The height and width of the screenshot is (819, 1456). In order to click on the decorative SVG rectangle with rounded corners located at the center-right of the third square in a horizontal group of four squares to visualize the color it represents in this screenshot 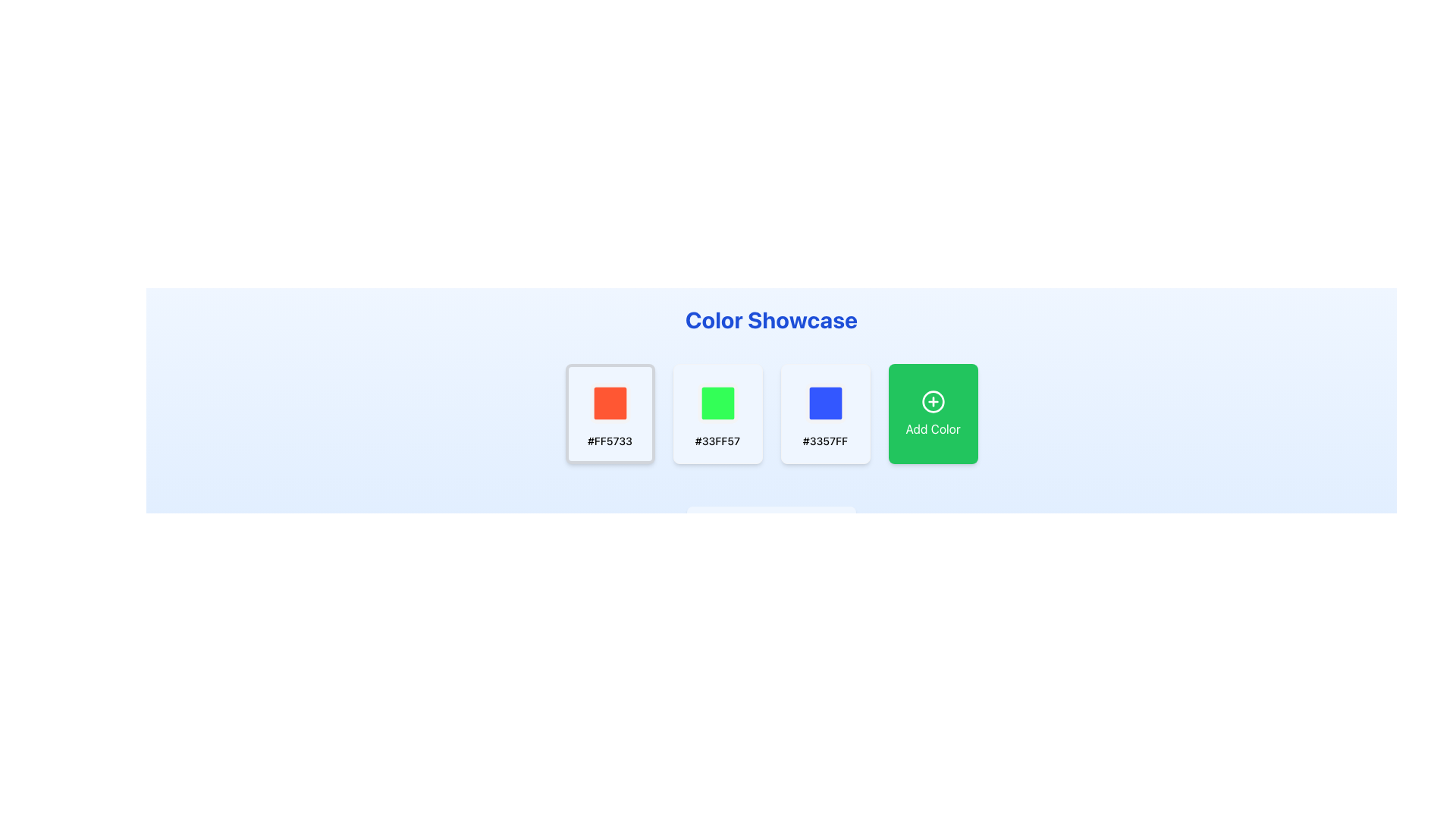, I will do `click(824, 403)`.